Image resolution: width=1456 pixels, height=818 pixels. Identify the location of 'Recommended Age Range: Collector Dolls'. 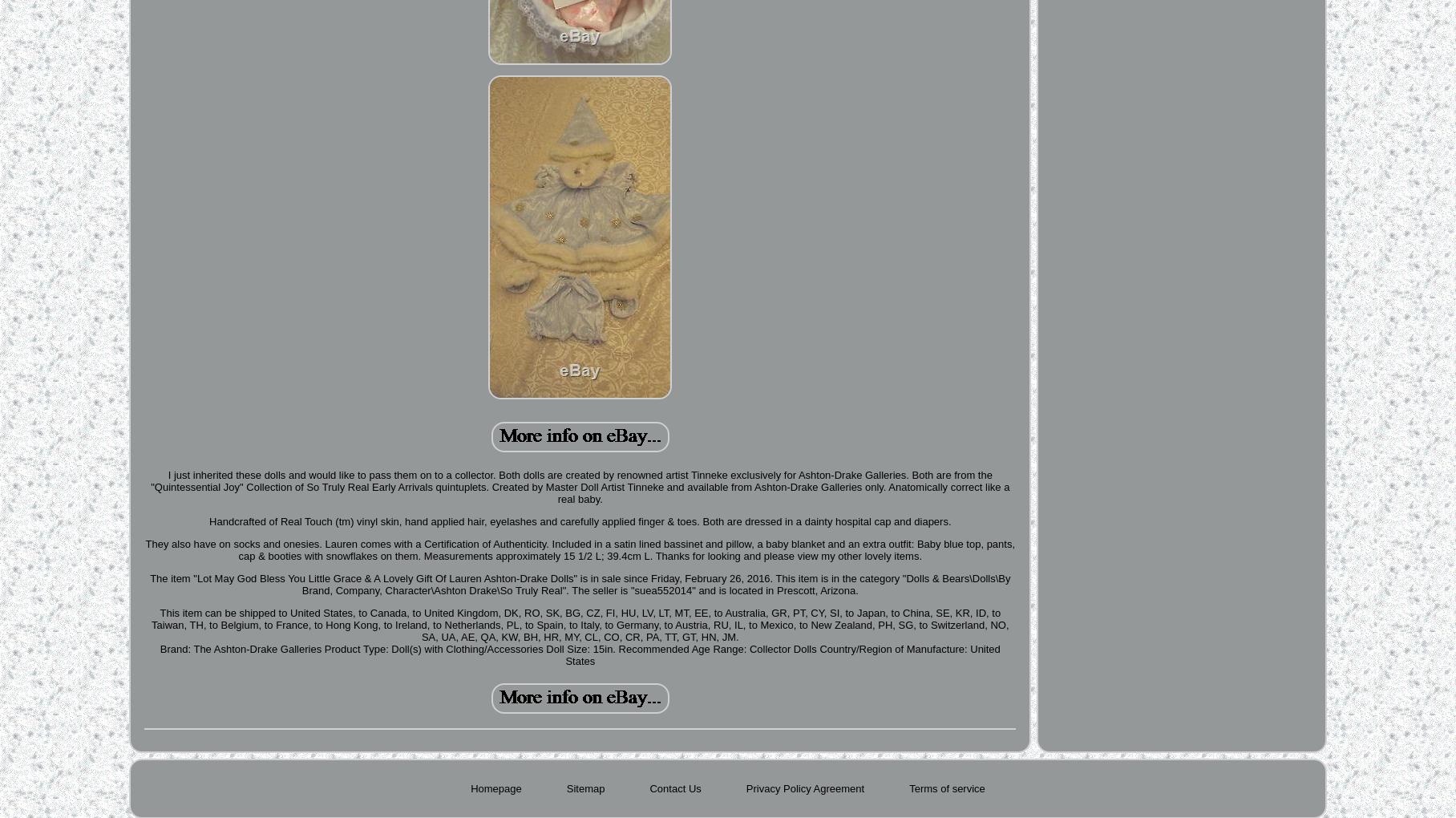
(716, 649).